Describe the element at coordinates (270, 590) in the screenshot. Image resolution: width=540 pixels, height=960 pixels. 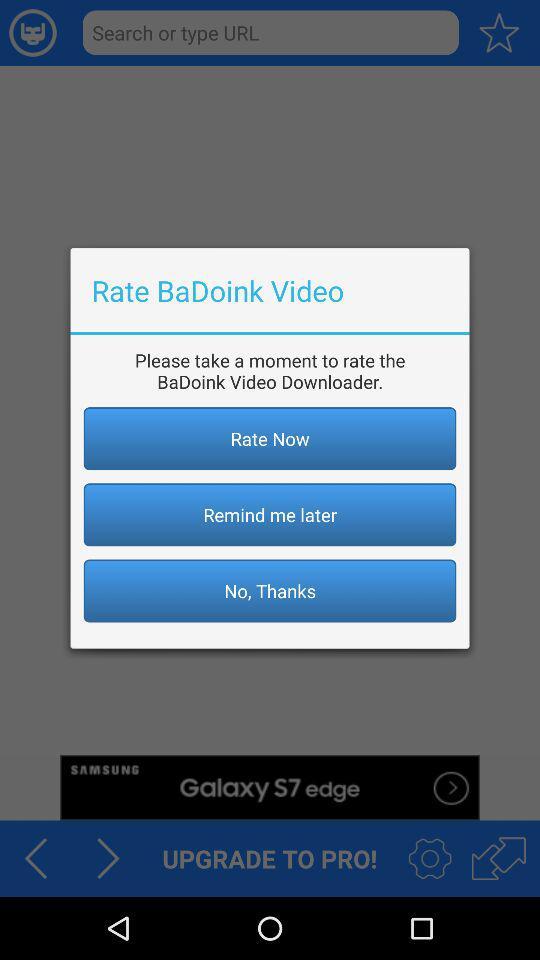
I see `item below the remind me later button` at that location.